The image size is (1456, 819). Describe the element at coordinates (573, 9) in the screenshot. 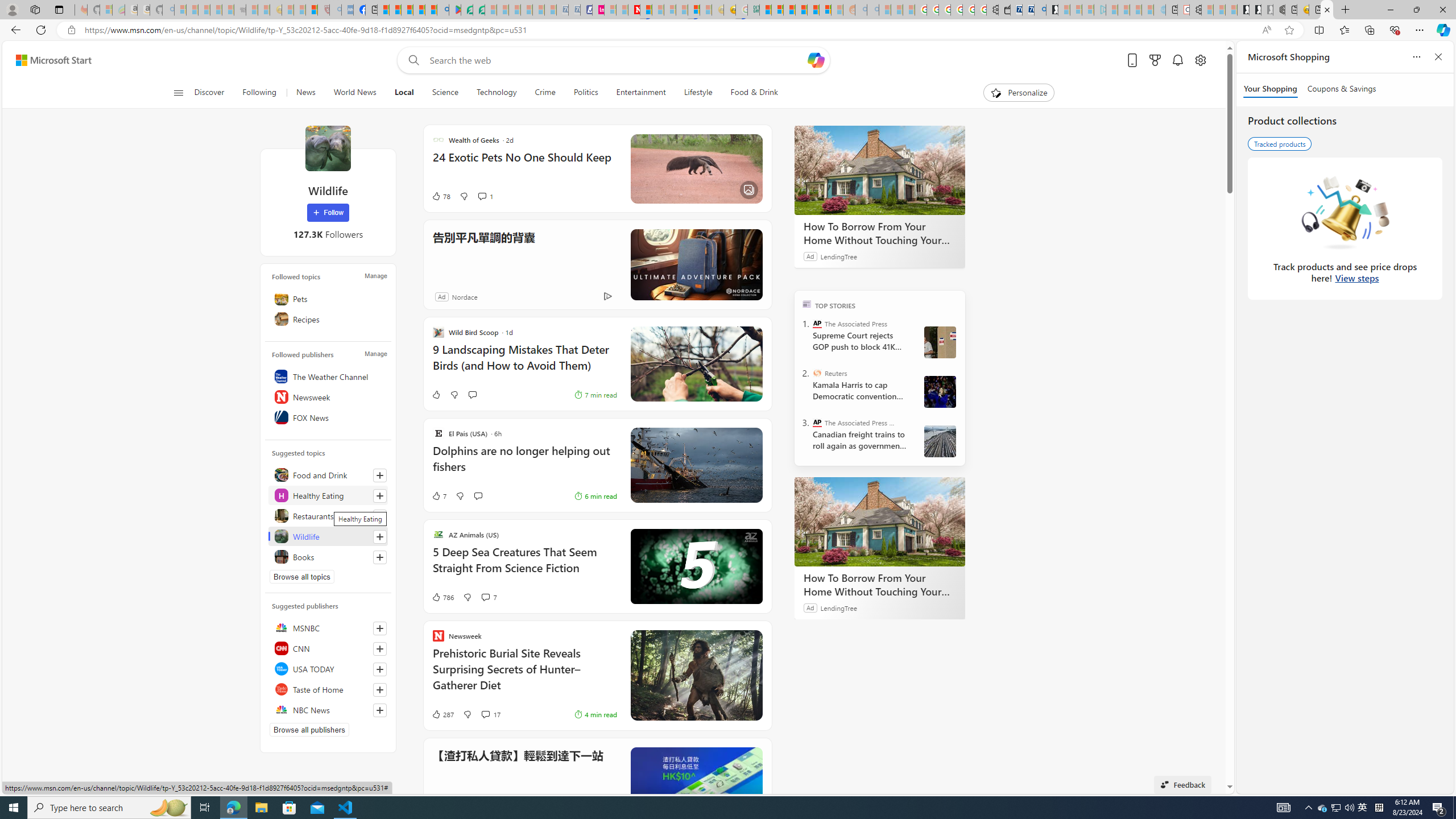

I see `'Cheap Hotels - Save70.com - Sleeping'` at that location.